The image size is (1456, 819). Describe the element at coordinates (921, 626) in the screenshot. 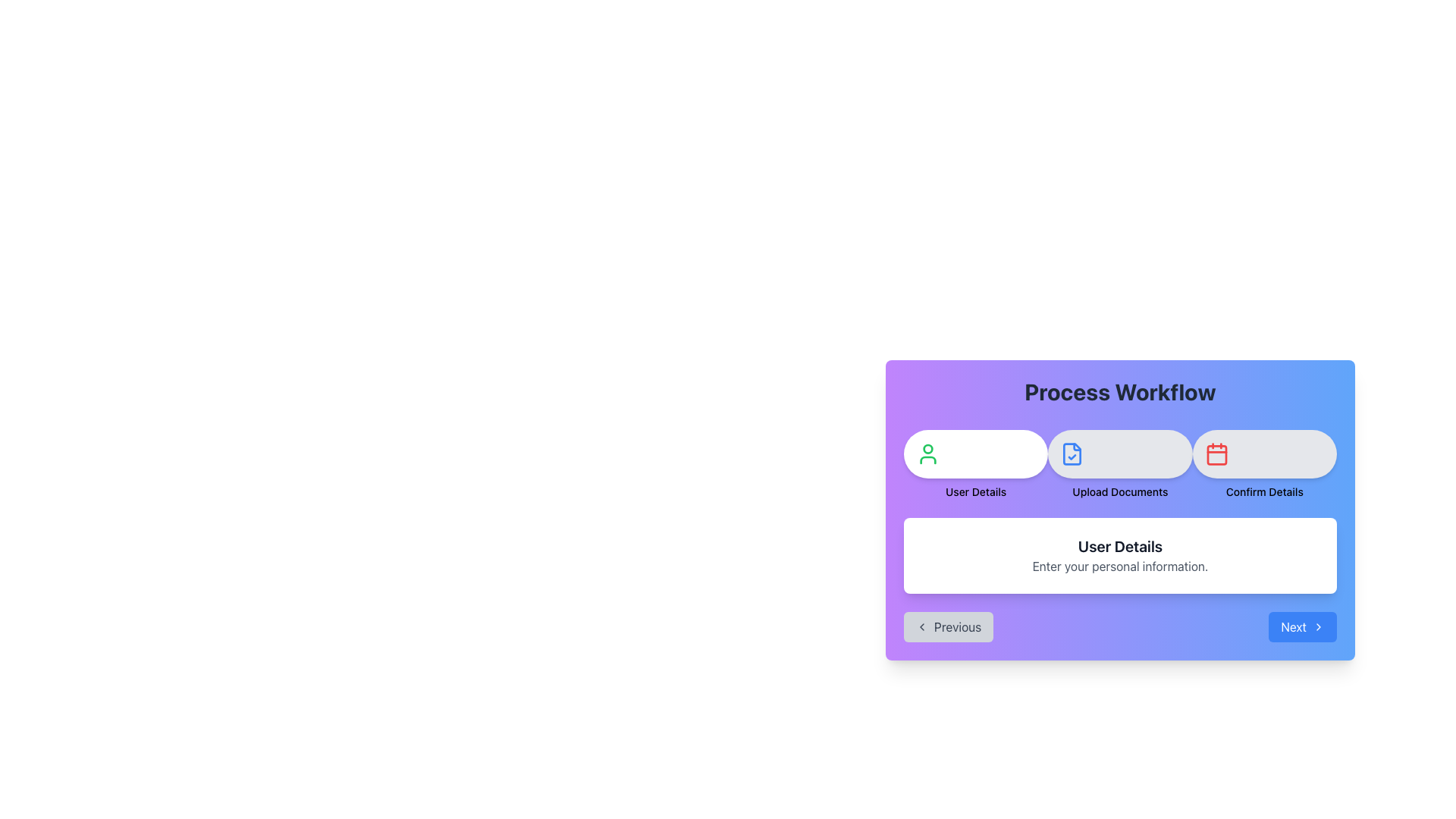

I see `the 'Previous' icon, which represents navigation to the previous step in the workflow, located at the bottom left section of the interface` at that location.